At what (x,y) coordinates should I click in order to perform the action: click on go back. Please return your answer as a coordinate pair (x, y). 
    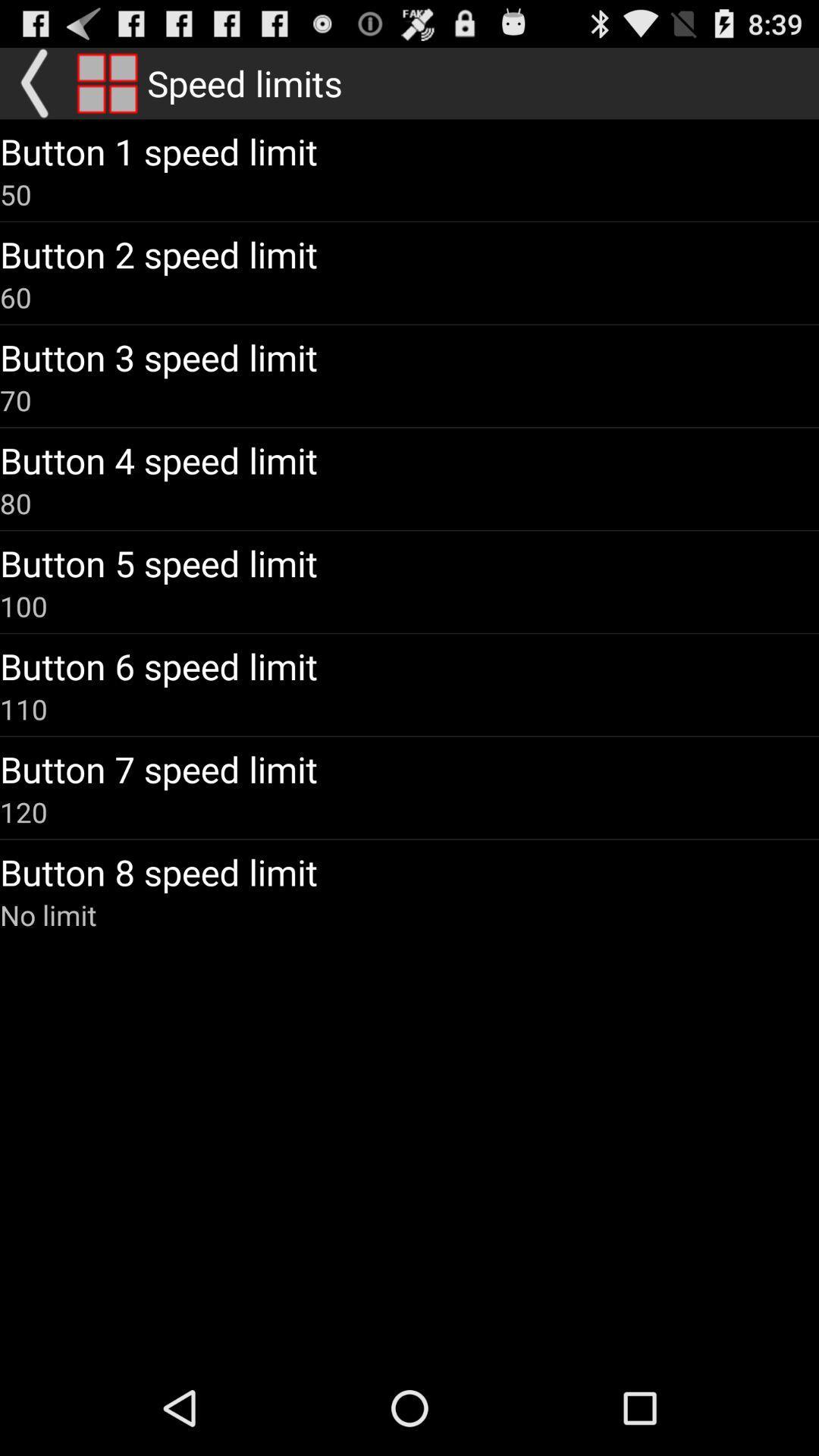
    Looking at the image, I should click on (35, 83).